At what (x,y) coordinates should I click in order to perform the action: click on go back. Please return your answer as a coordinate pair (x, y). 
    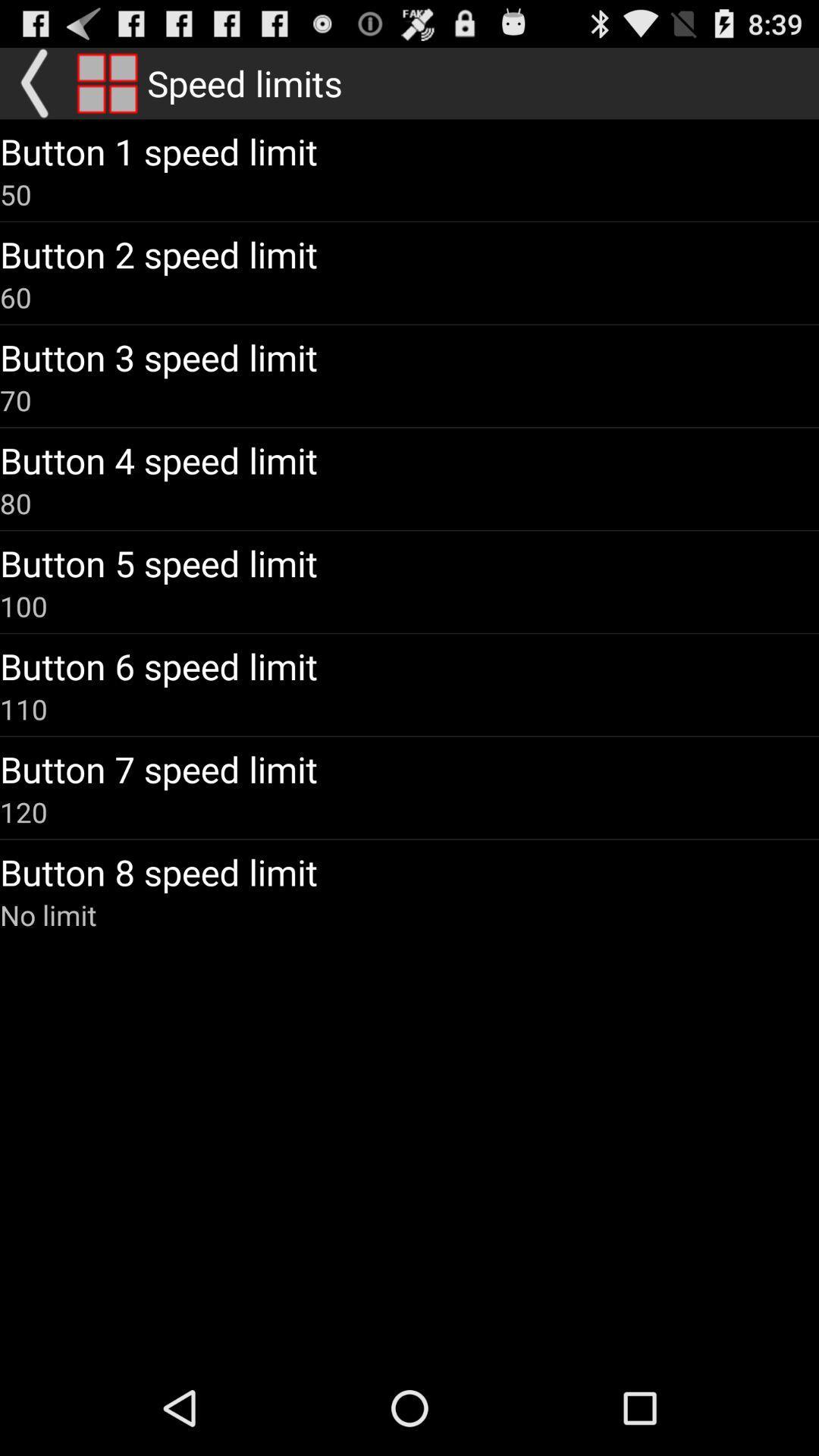
    Looking at the image, I should click on (35, 83).